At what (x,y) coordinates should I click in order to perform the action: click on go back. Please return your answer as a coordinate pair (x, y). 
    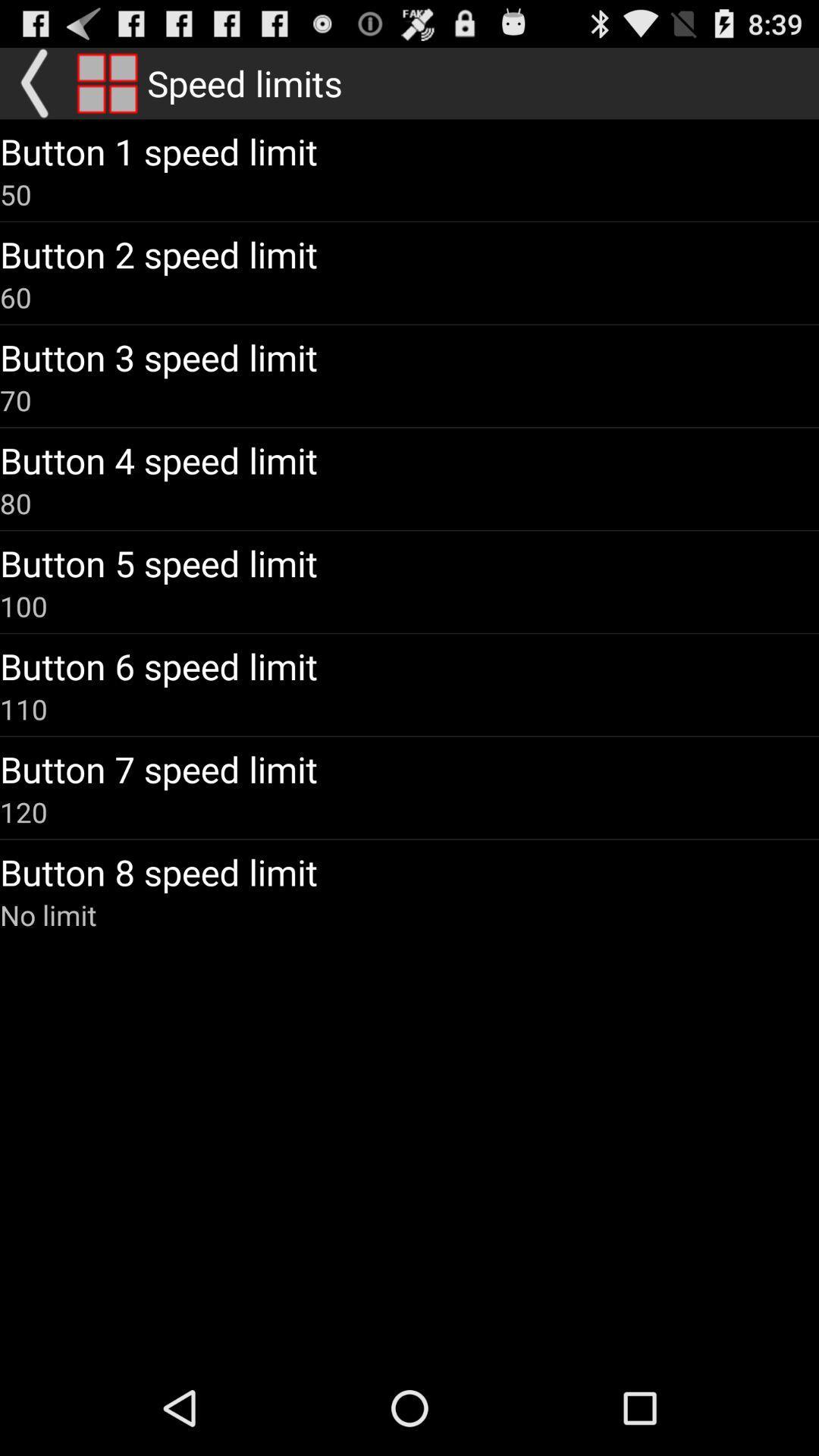
    Looking at the image, I should click on (35, 83).